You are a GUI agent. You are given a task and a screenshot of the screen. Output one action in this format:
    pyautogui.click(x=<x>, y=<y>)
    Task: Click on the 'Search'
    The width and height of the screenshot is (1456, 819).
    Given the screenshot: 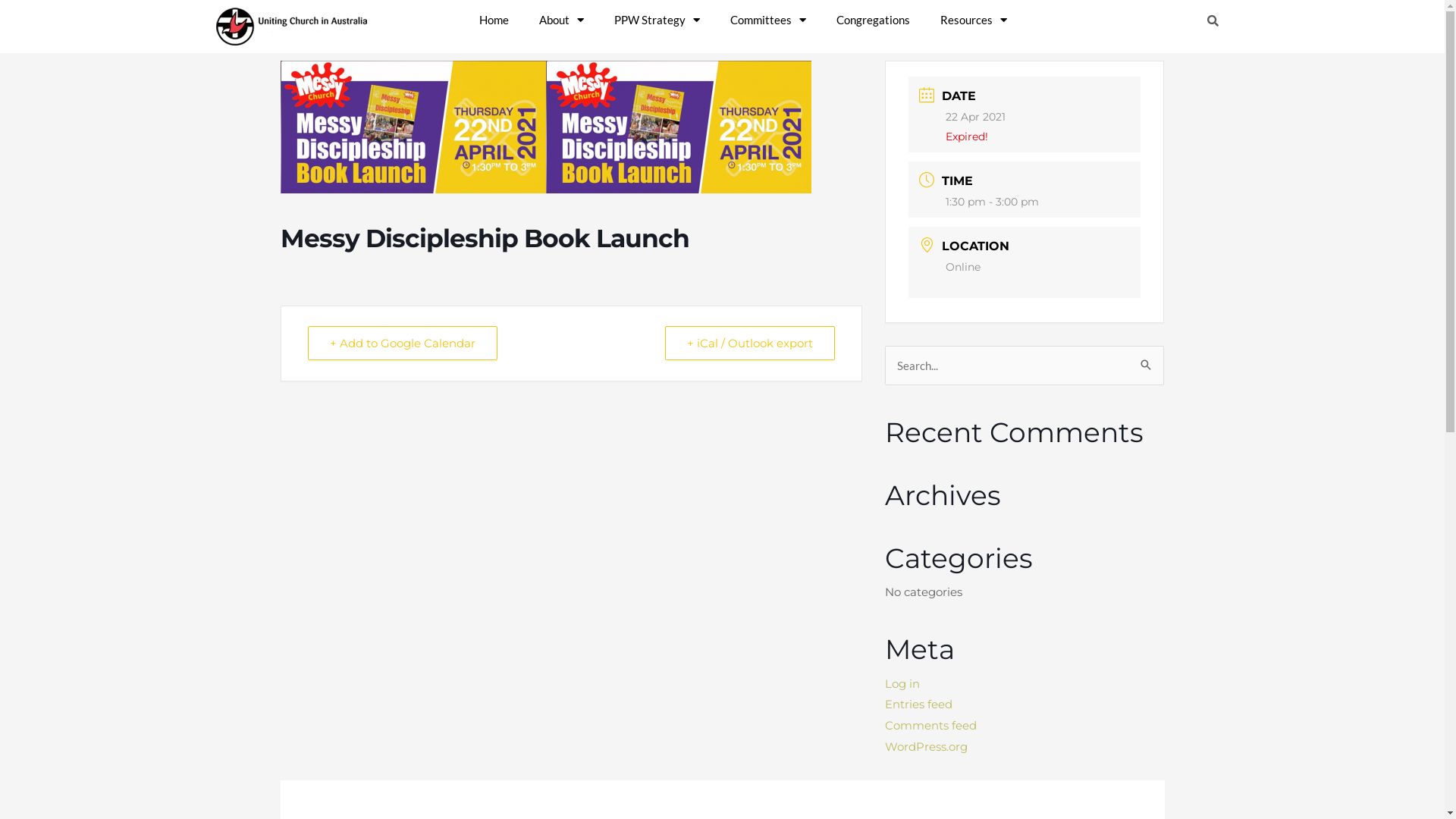 What is the action you would take?
    pyautogui.click(x=1193, y=20)
    